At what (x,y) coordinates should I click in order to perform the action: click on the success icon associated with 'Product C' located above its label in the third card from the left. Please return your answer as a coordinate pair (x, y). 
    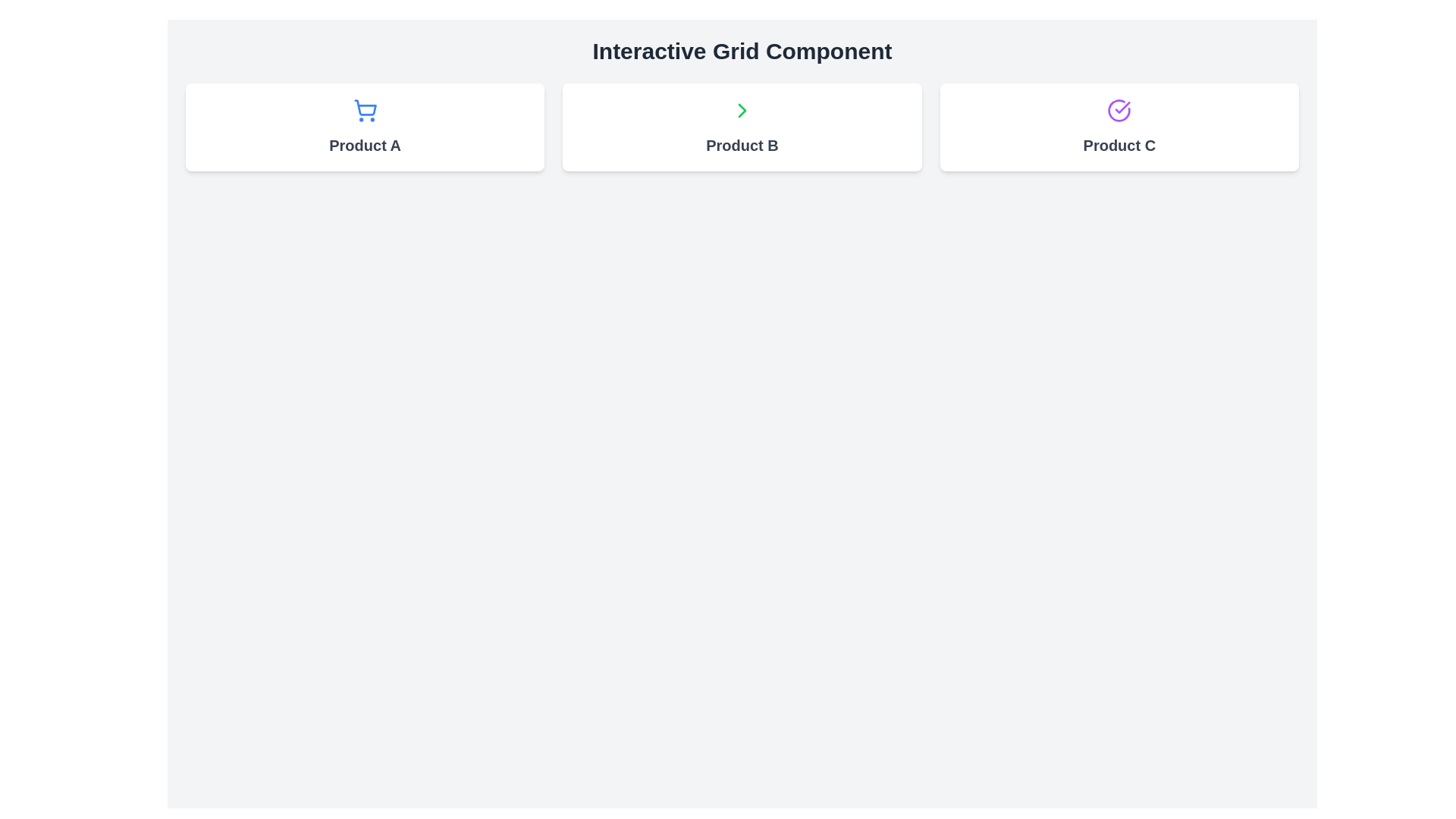
    Looking at the image, I should click on (1119, 110).